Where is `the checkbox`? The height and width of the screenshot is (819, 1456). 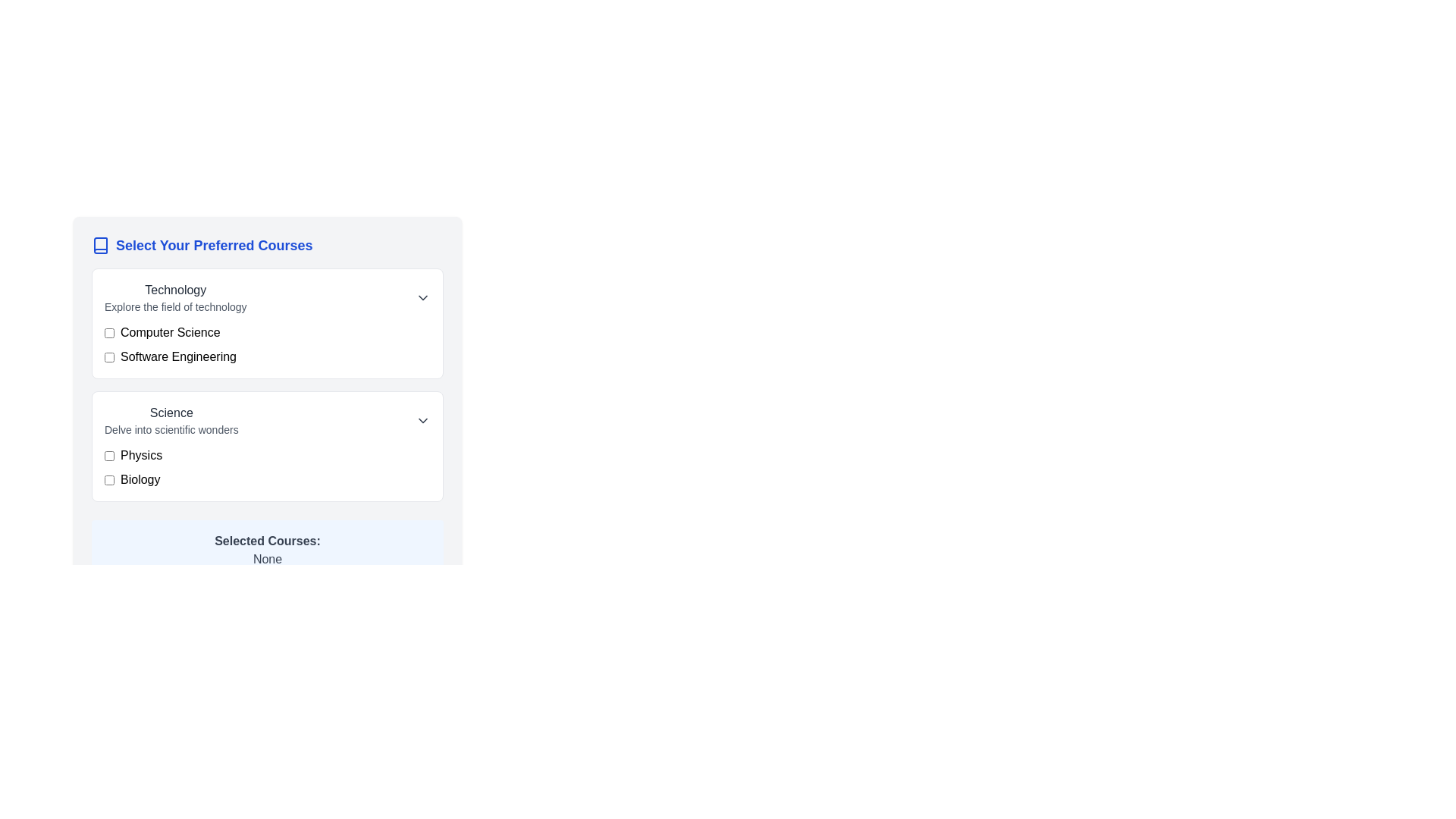
the checkbox is located at coordinates (268, 332).